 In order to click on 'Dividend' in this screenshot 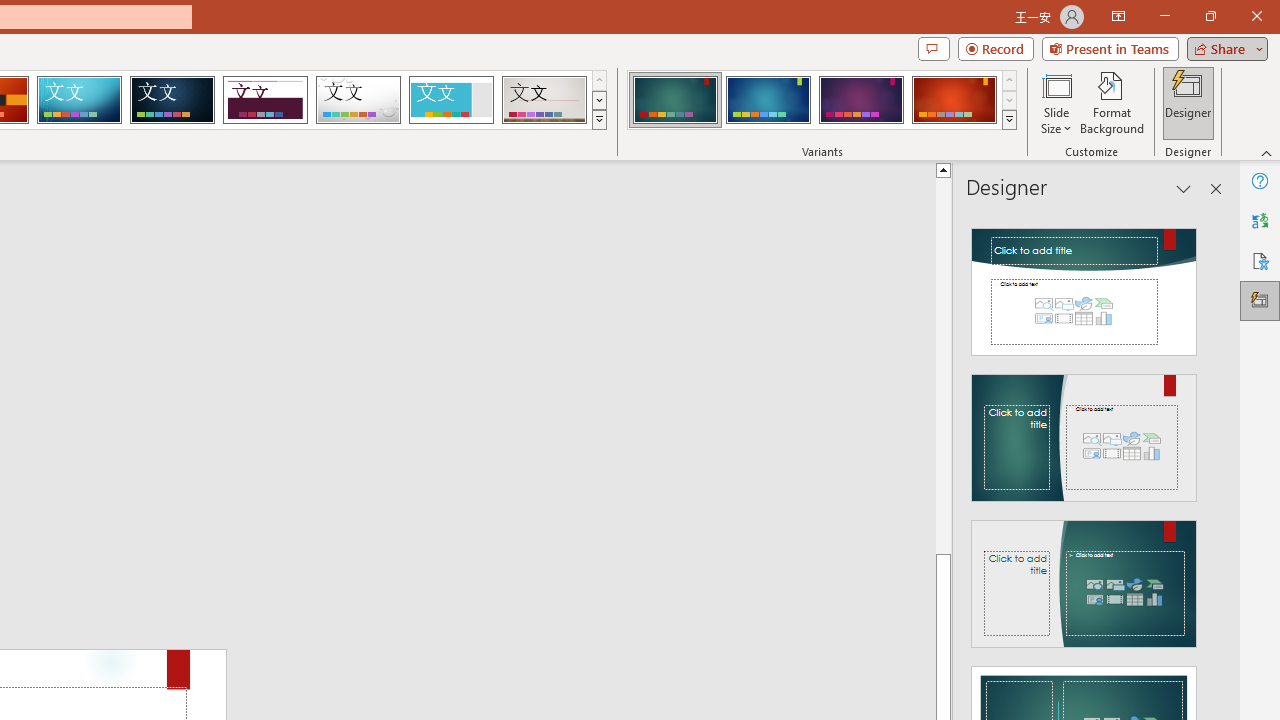, I will do `click(264, 100)`.